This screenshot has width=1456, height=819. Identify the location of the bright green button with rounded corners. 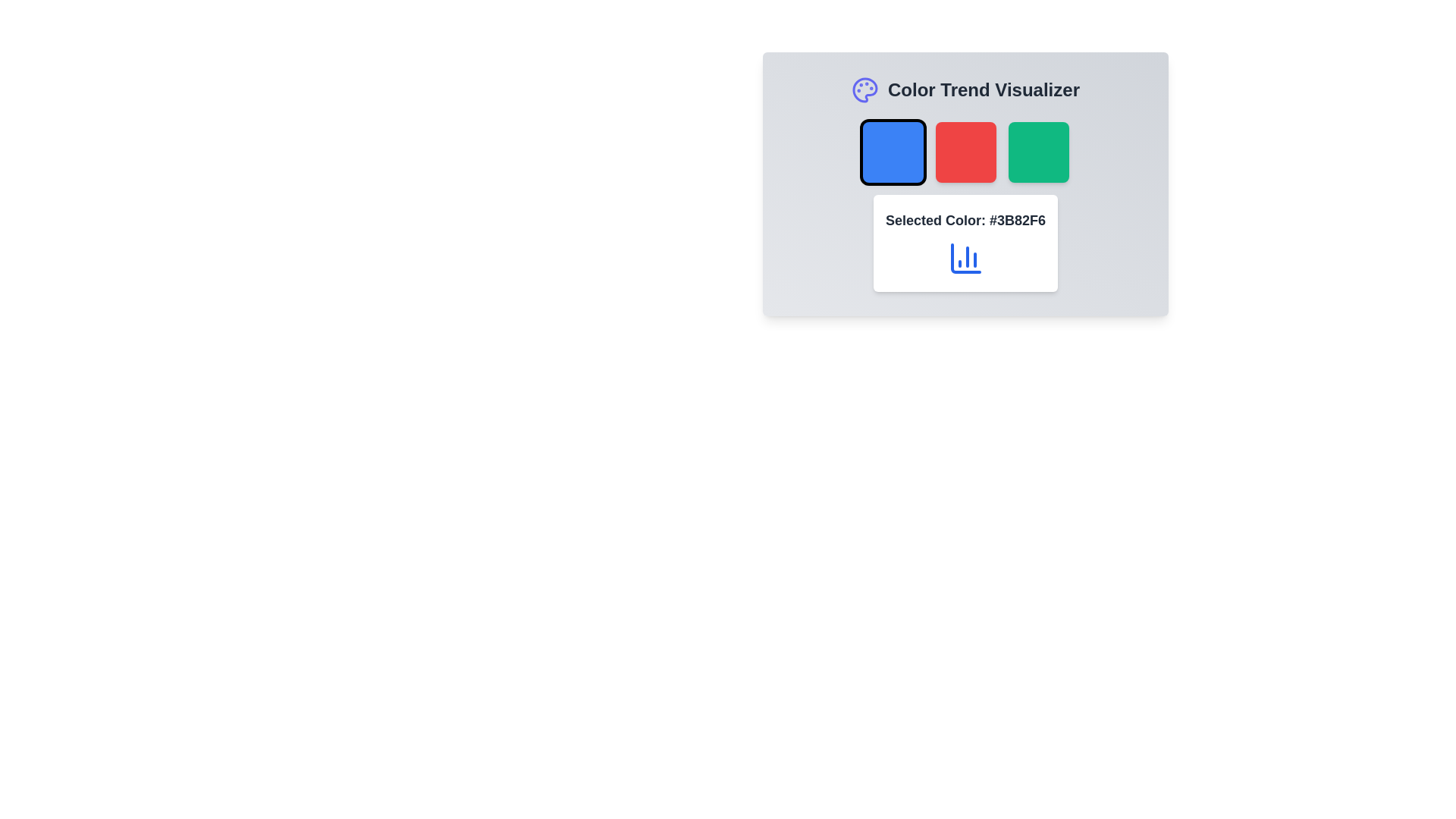
(1037, 152).